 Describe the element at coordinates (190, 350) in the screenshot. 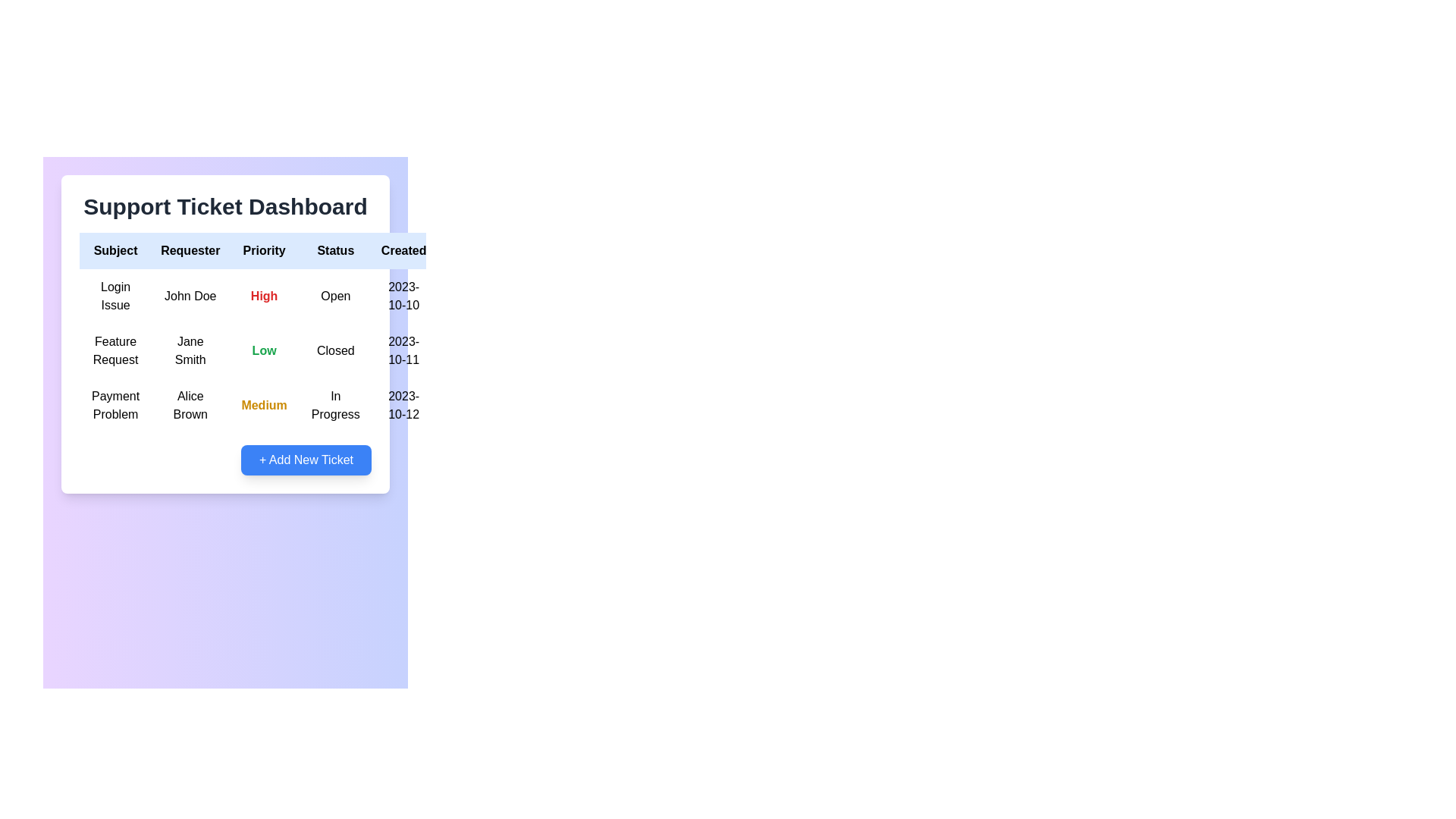

I see `the text label displaying the requester name associated with the 'Feature Request' task in the support ticket dashboard, located in the 'Requester' column of the 'Feature Request' row` at that location.